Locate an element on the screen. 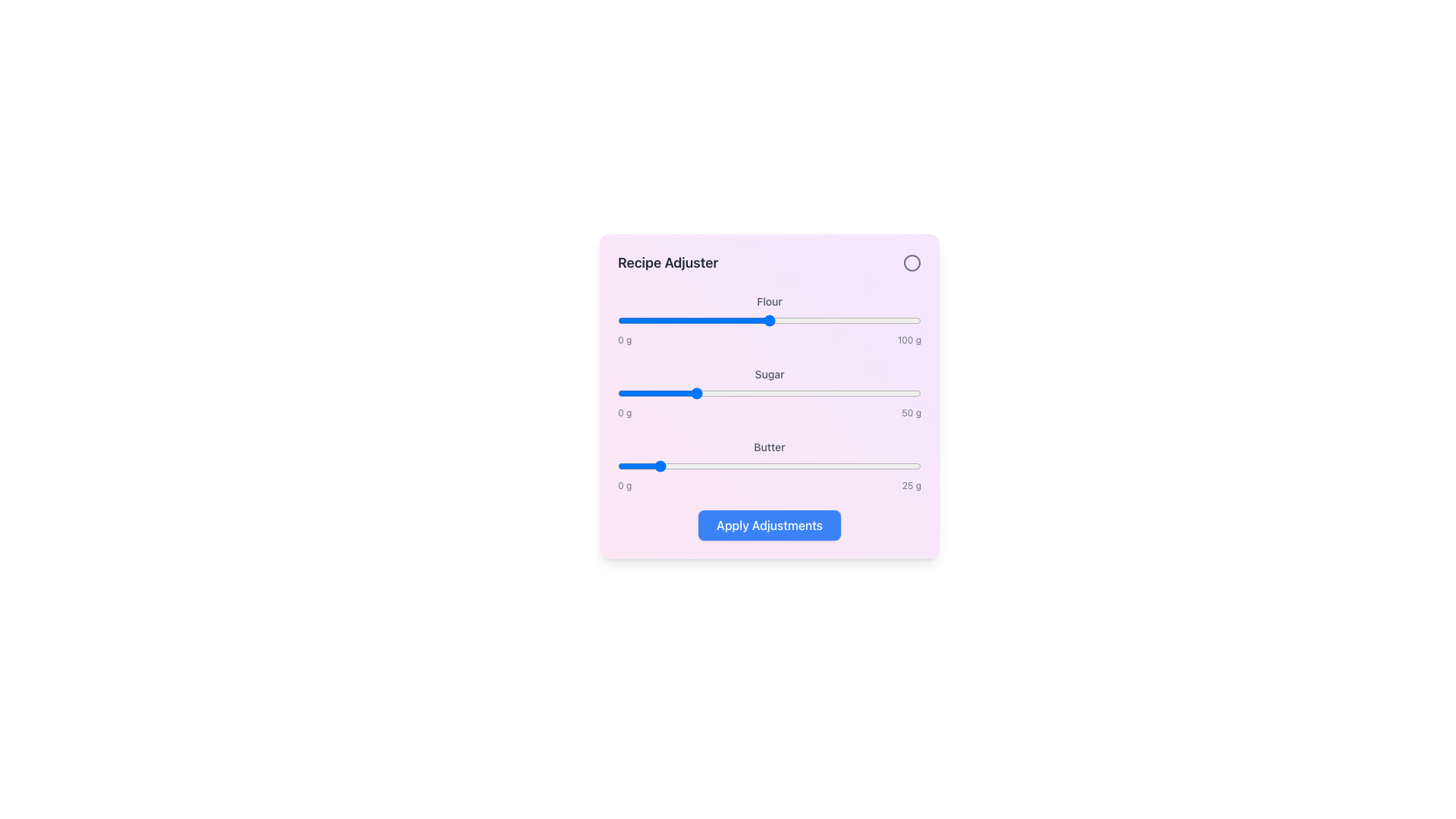 The width and height of the screenshot is (1456, 819). sugar level is located at coordinates (909, 393).